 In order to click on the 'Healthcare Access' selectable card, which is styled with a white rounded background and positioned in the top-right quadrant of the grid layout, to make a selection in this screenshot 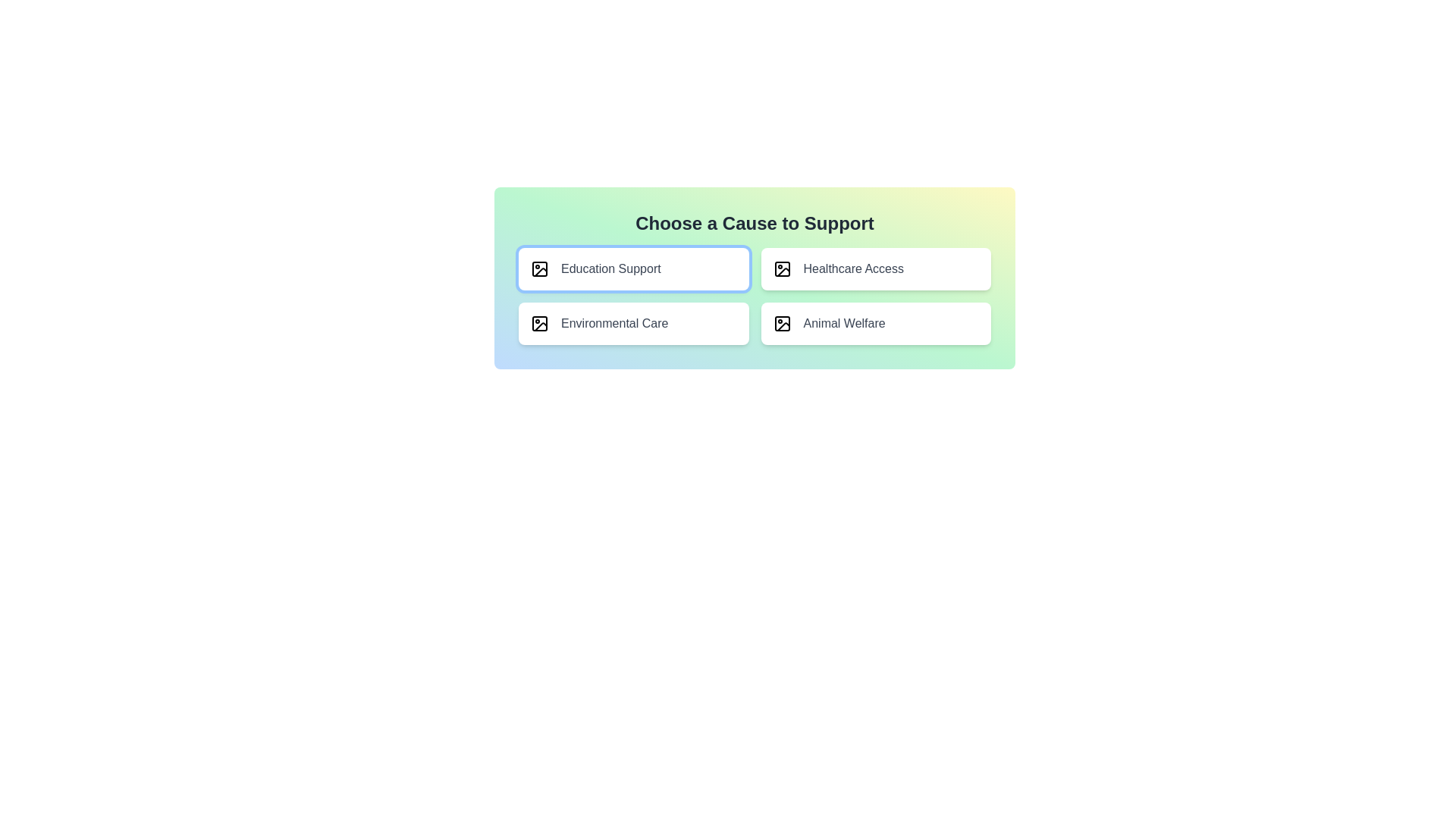, I will do `click(876, 268)`.